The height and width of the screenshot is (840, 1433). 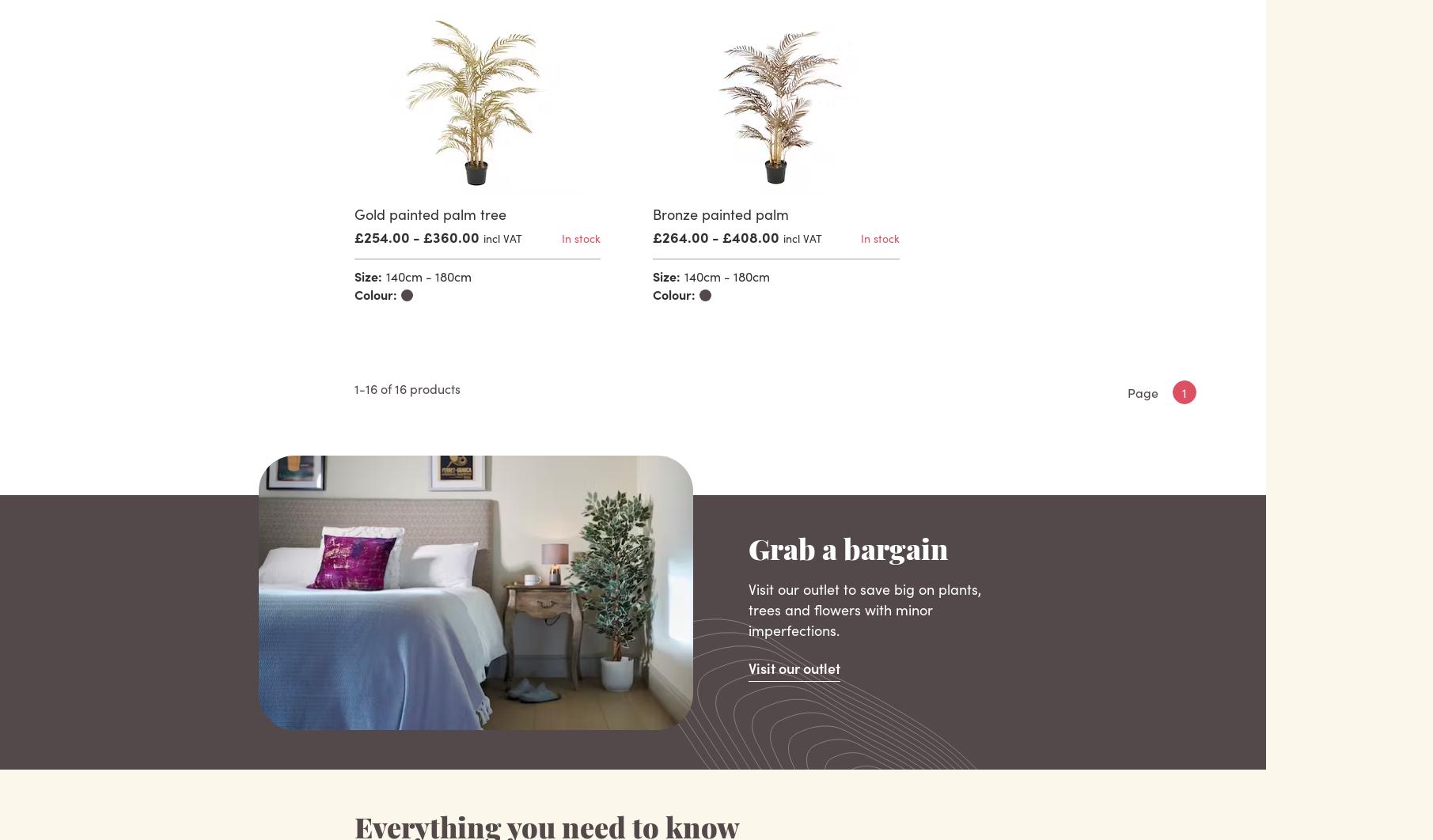 I want to click on 'Gold painted palm tree', so click(x=353, y=213).